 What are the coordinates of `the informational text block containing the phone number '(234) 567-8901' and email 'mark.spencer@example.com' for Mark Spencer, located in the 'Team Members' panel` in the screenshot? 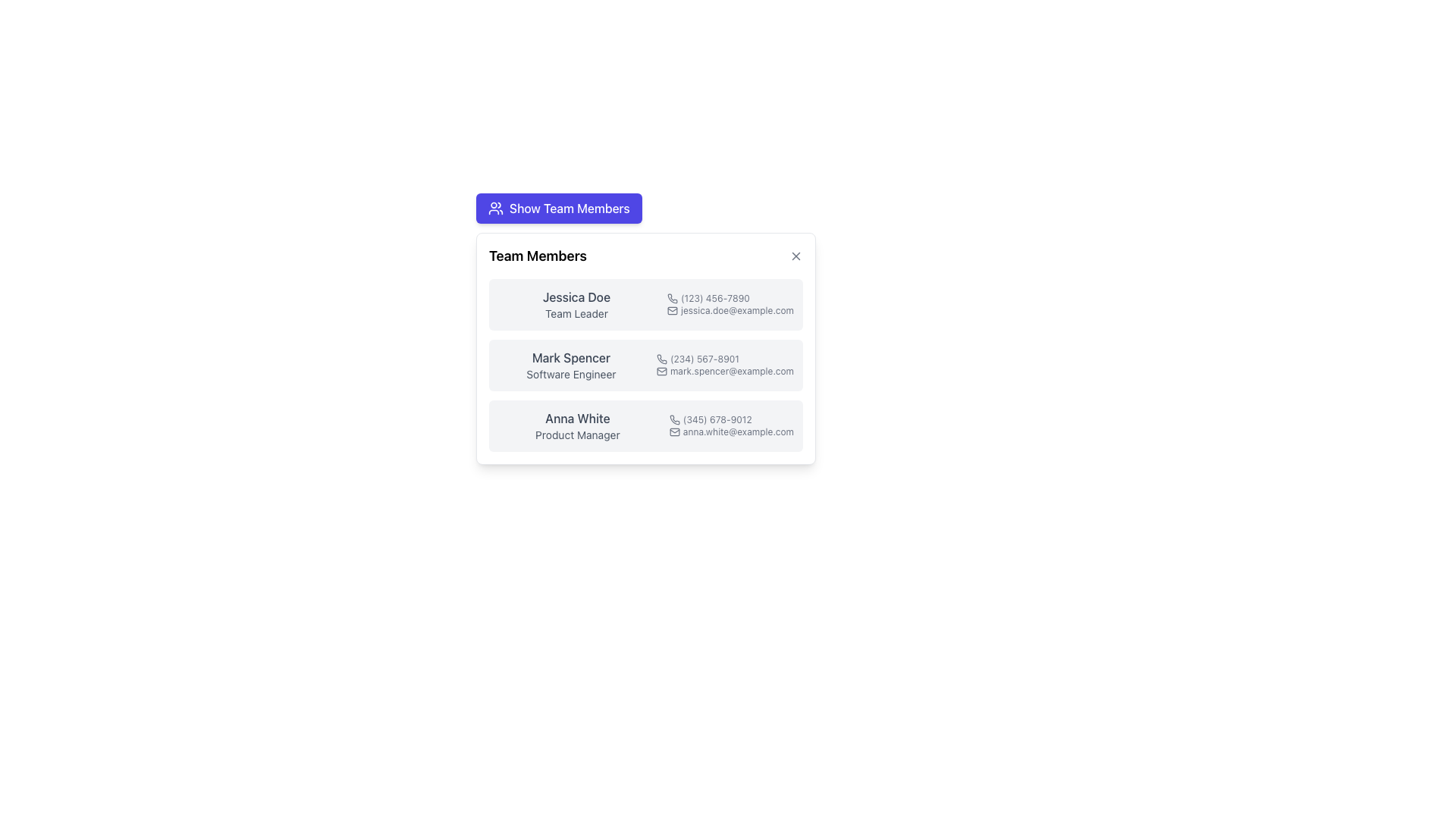 It's located at (724, 366).